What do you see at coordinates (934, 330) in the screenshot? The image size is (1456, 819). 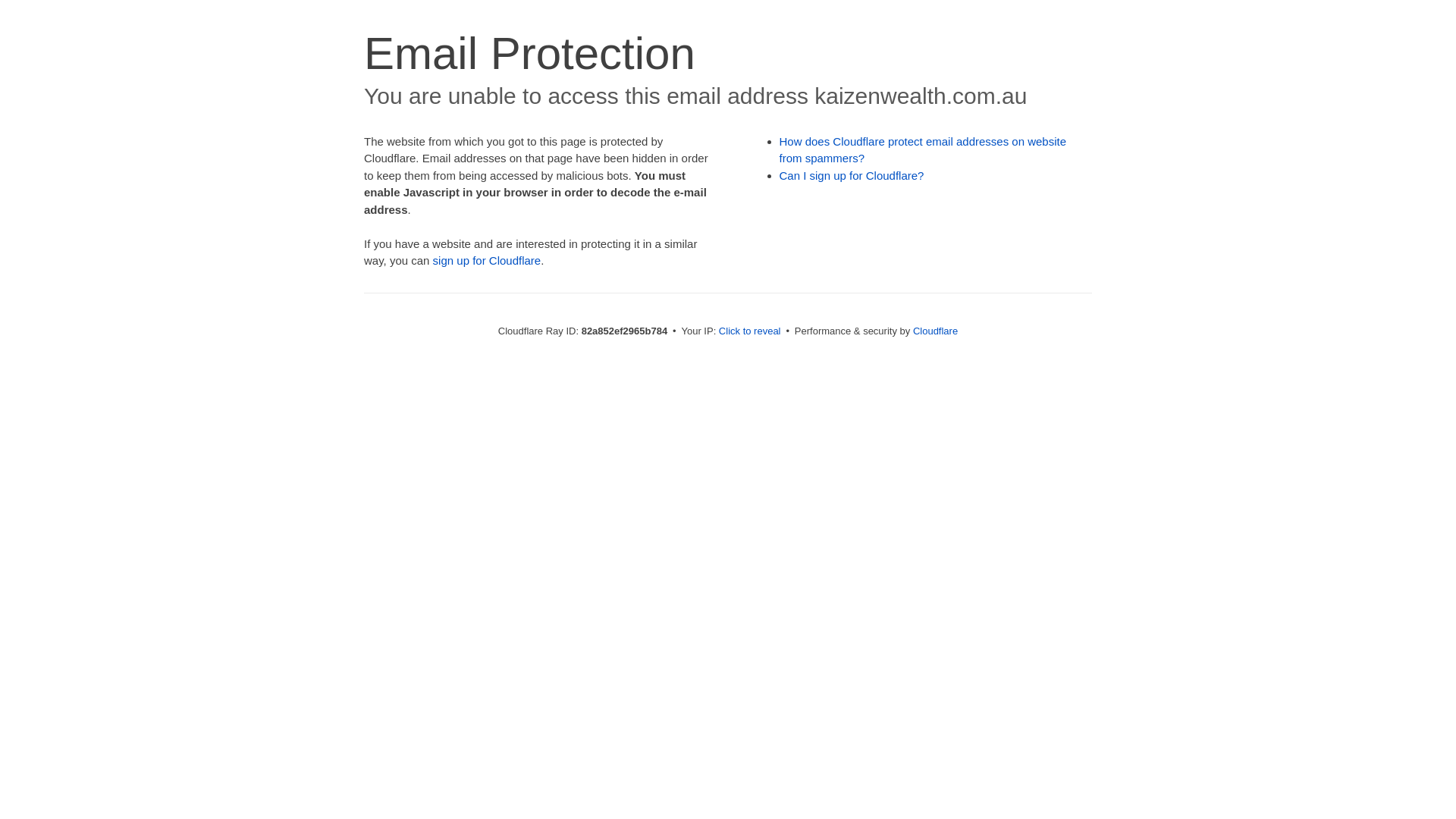 I see `'Cloudflare'` at bounding box center [934, 330].